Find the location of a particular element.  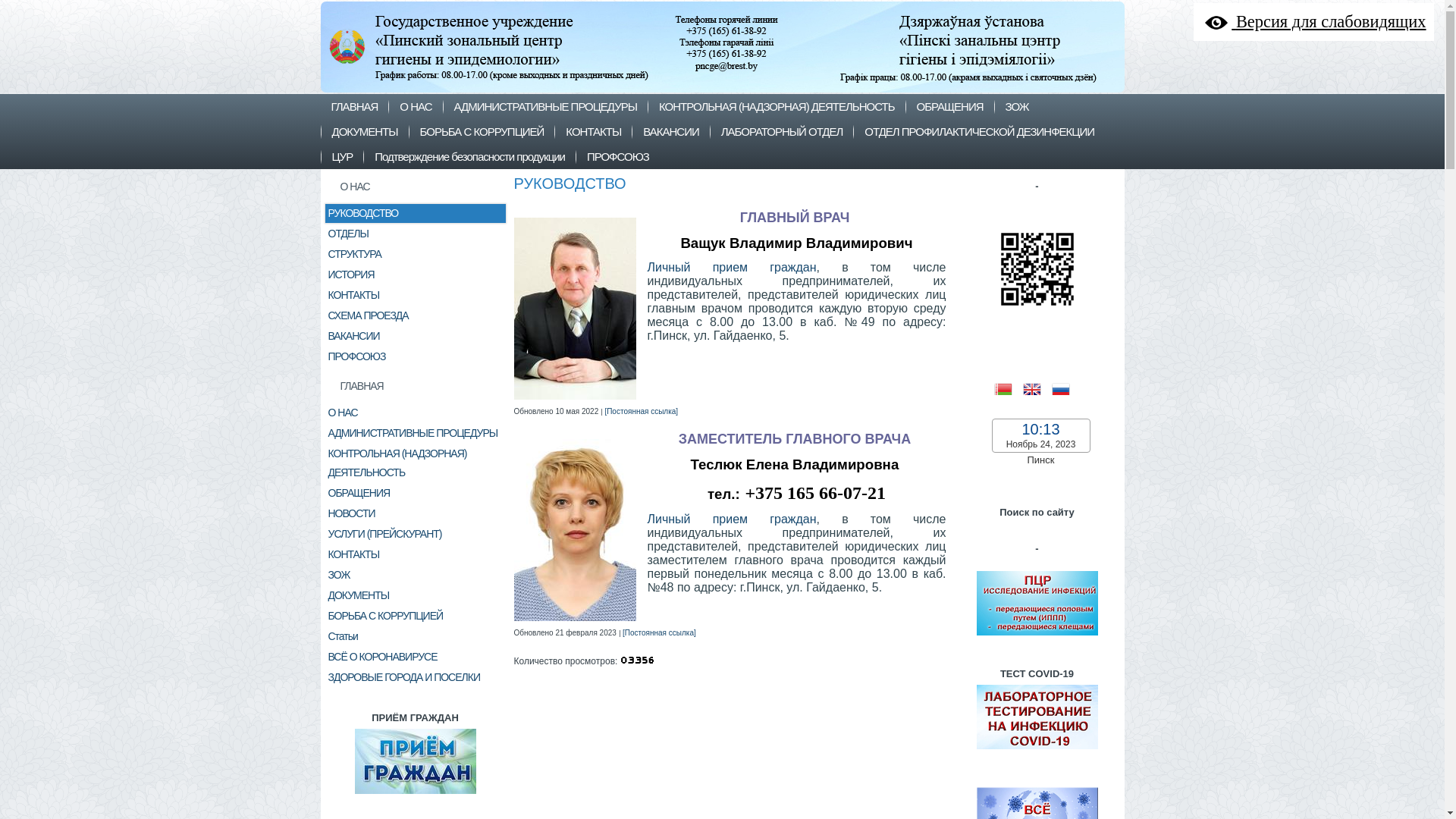

'-' is located at coordinates (1036, 637).